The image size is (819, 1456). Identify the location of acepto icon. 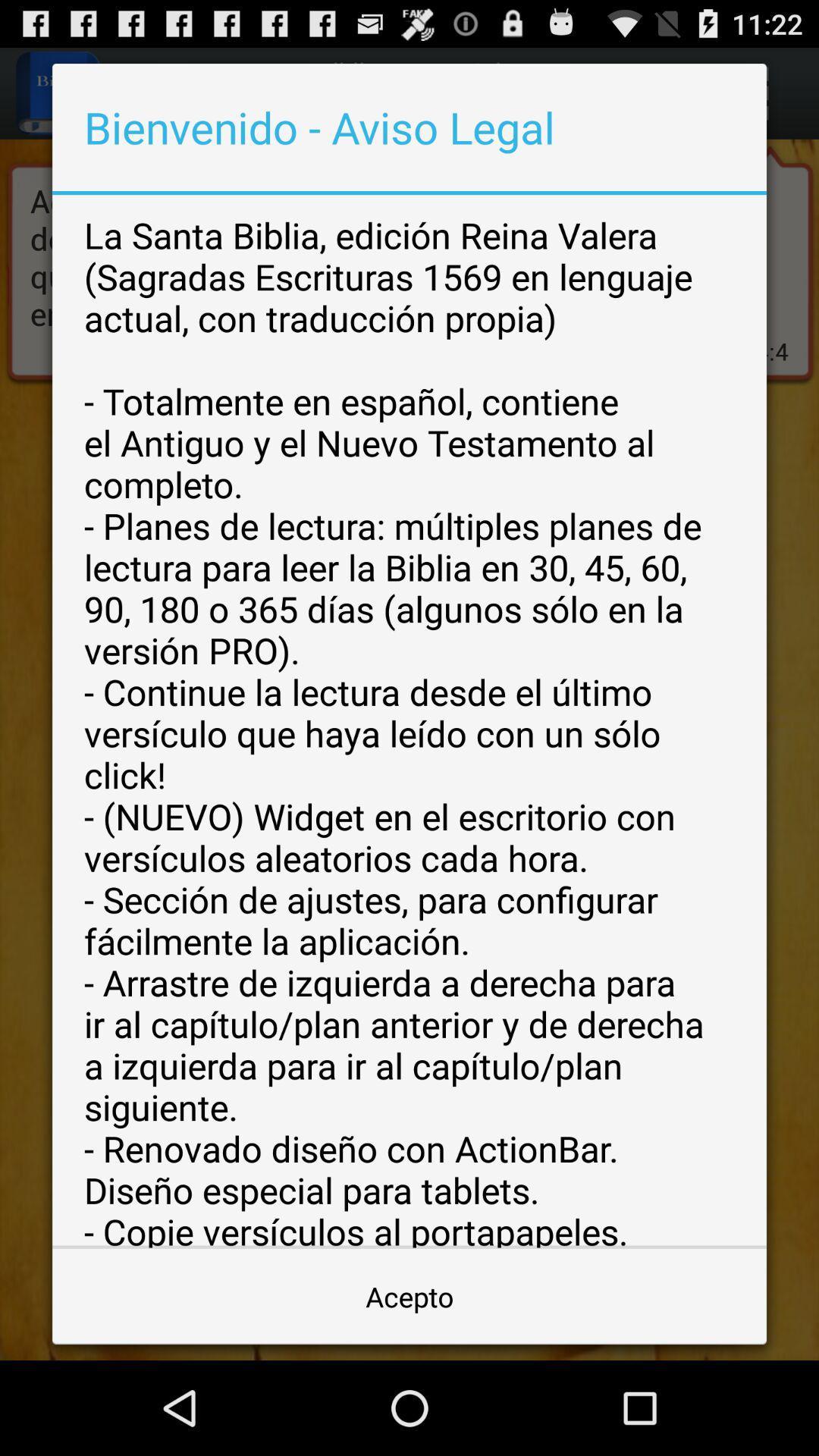
(409, 1295).